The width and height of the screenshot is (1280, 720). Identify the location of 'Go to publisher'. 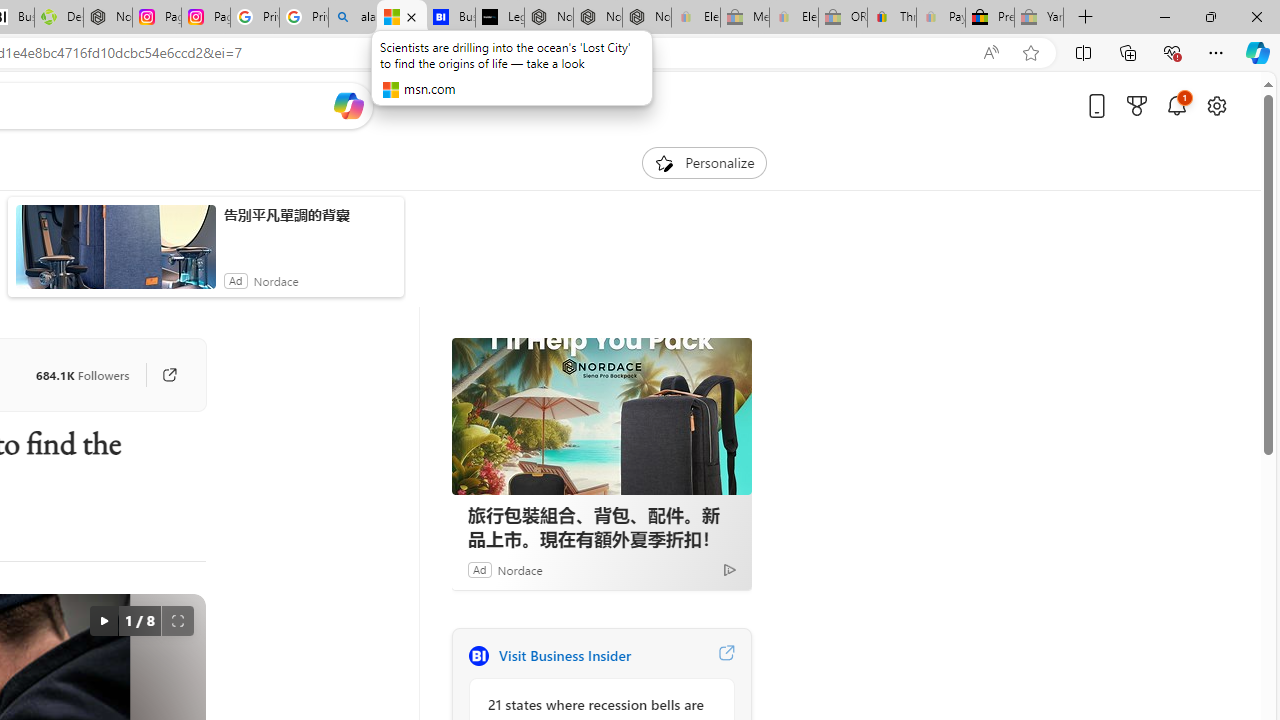
(169, 375).